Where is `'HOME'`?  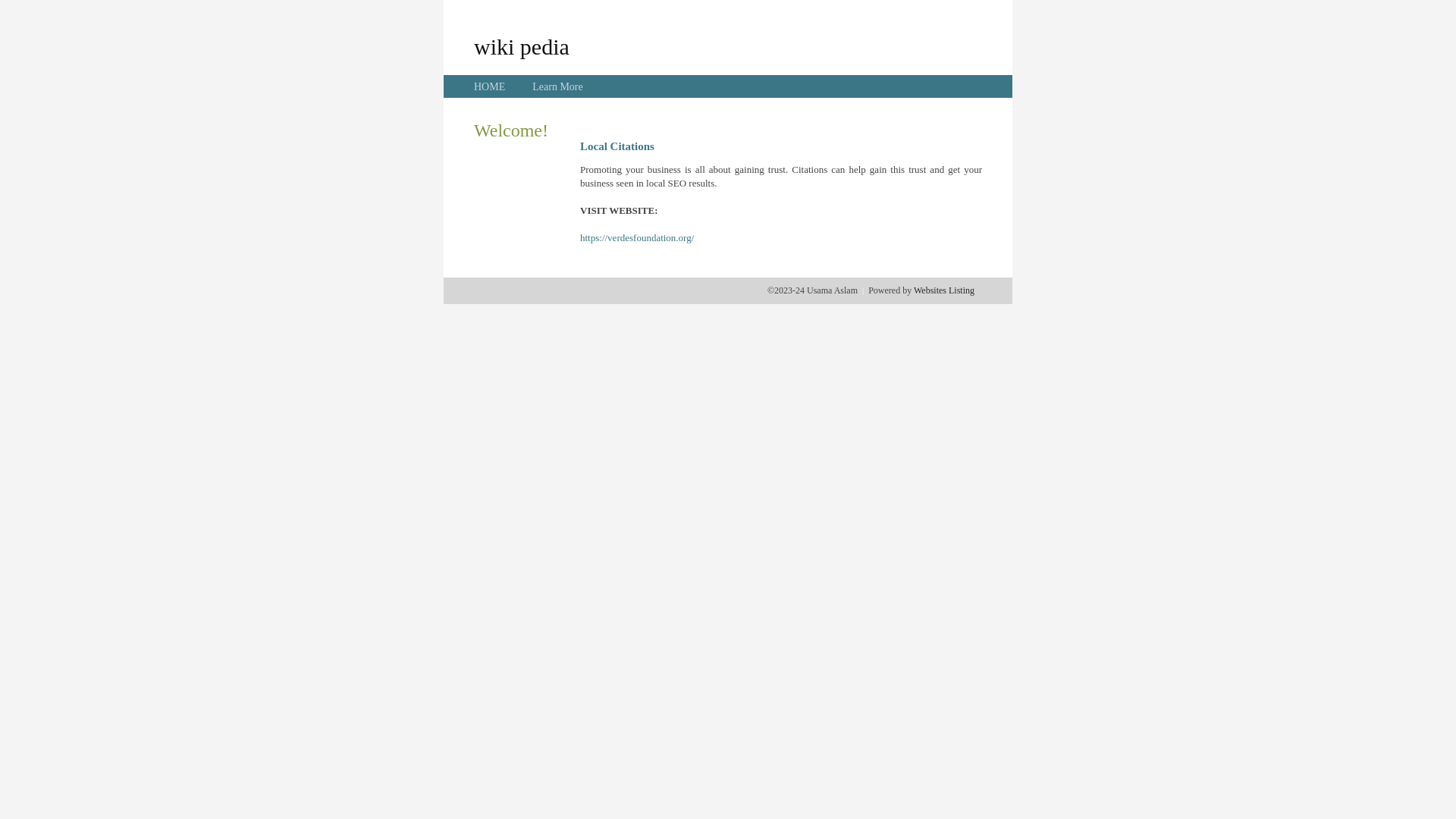 'HOME' is located at coordinates (489, 86).